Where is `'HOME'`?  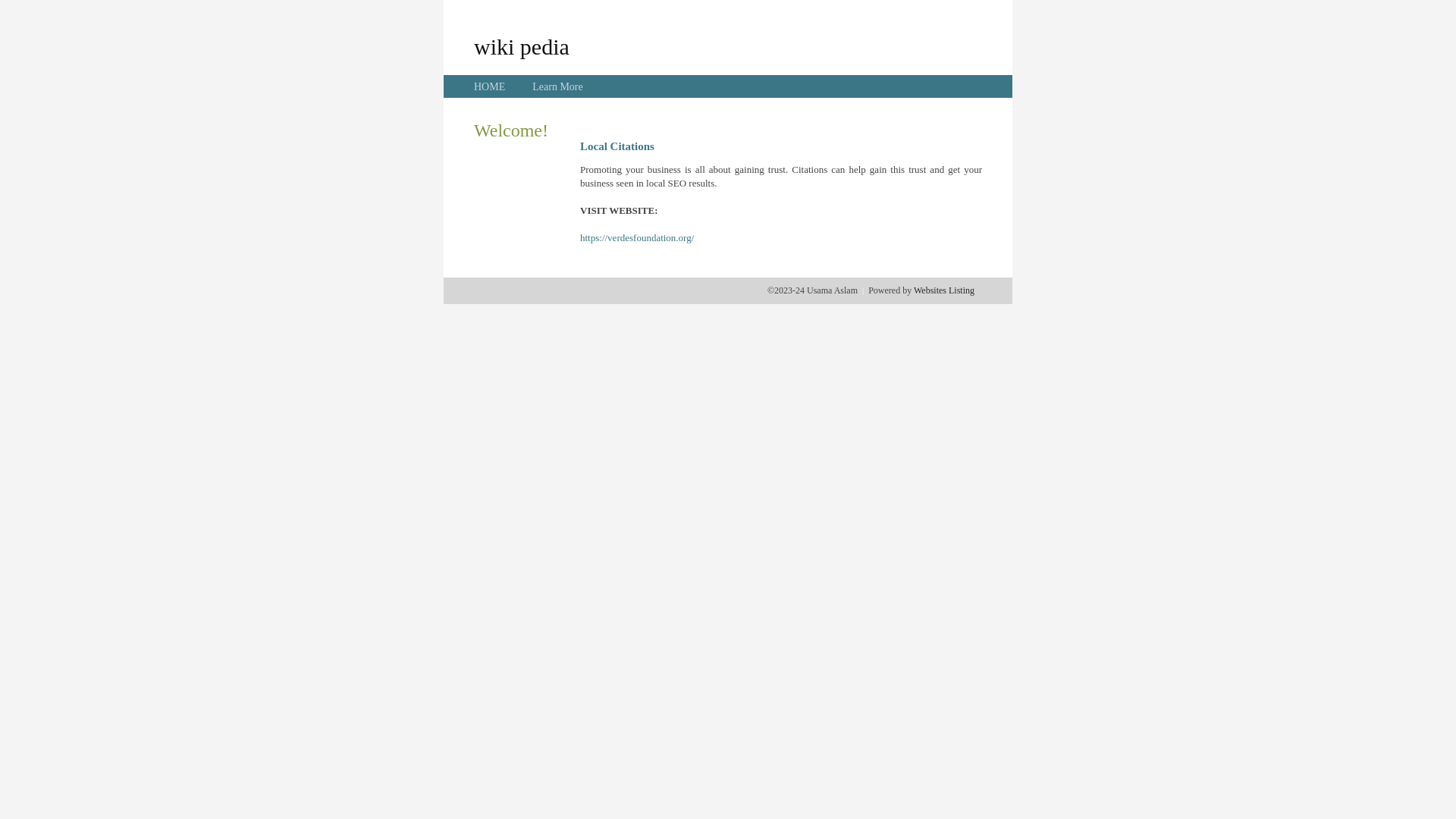 'HOME' is located at coordinates (489, 86).